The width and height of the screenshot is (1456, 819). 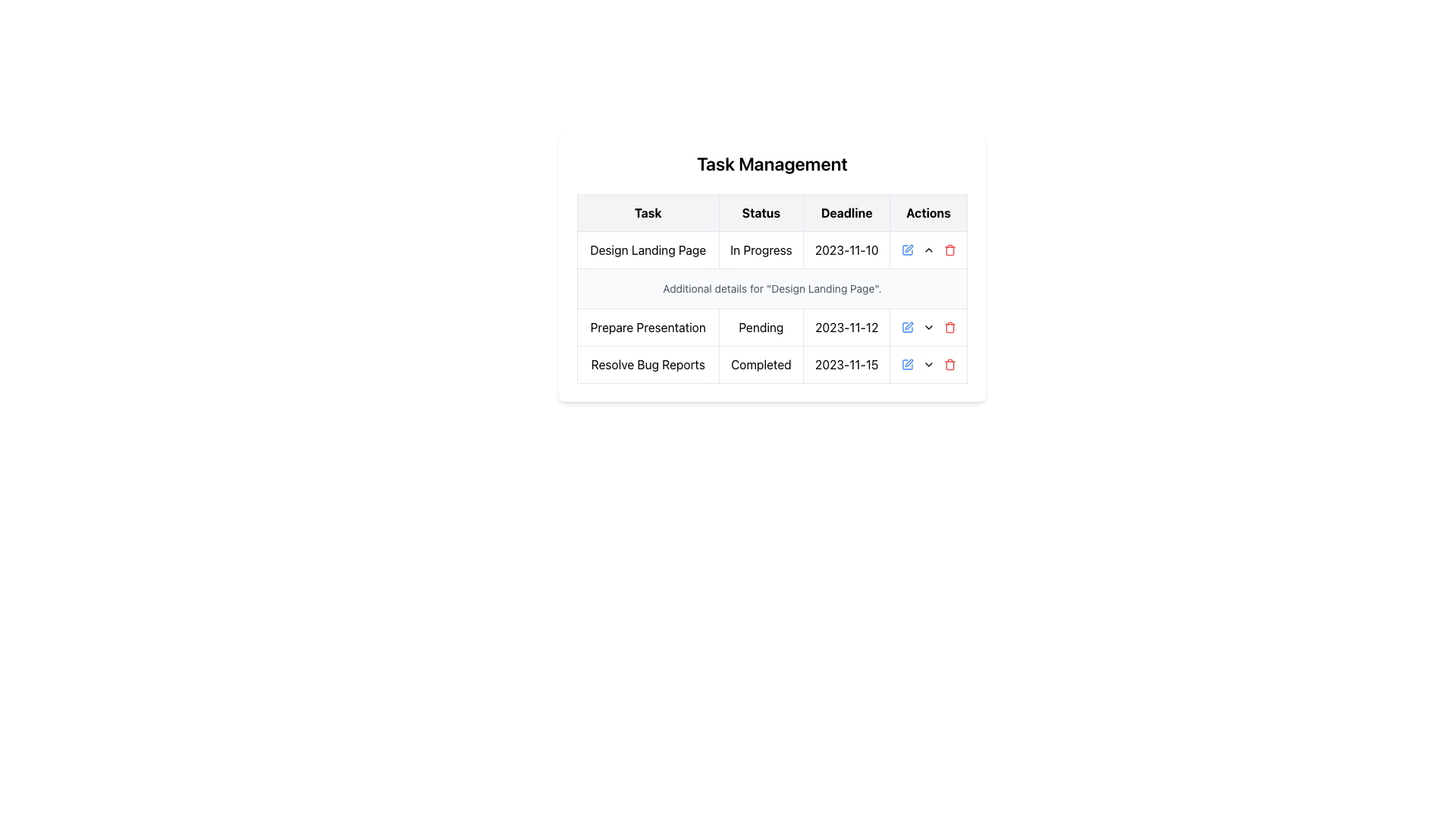 What do you see at coordinates (761, 213) in the screenshot?
I see `the 'Status' column header in the table, which is the second column header representing the 'Status' attribute of the tasks` at bounding box center [761, 213].